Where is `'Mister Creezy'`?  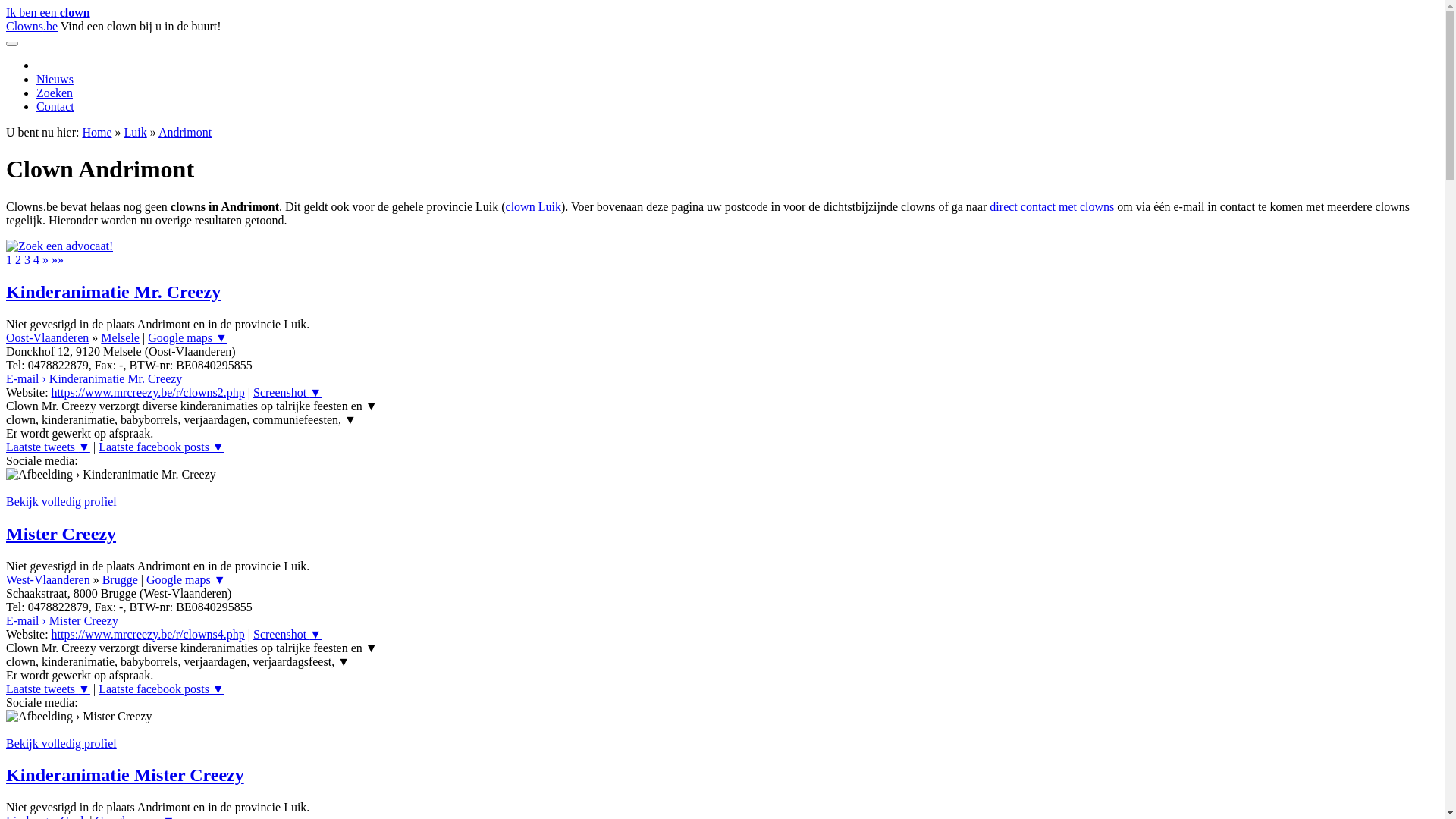 'Mister Creezy' is located at coordinates (61, 533).